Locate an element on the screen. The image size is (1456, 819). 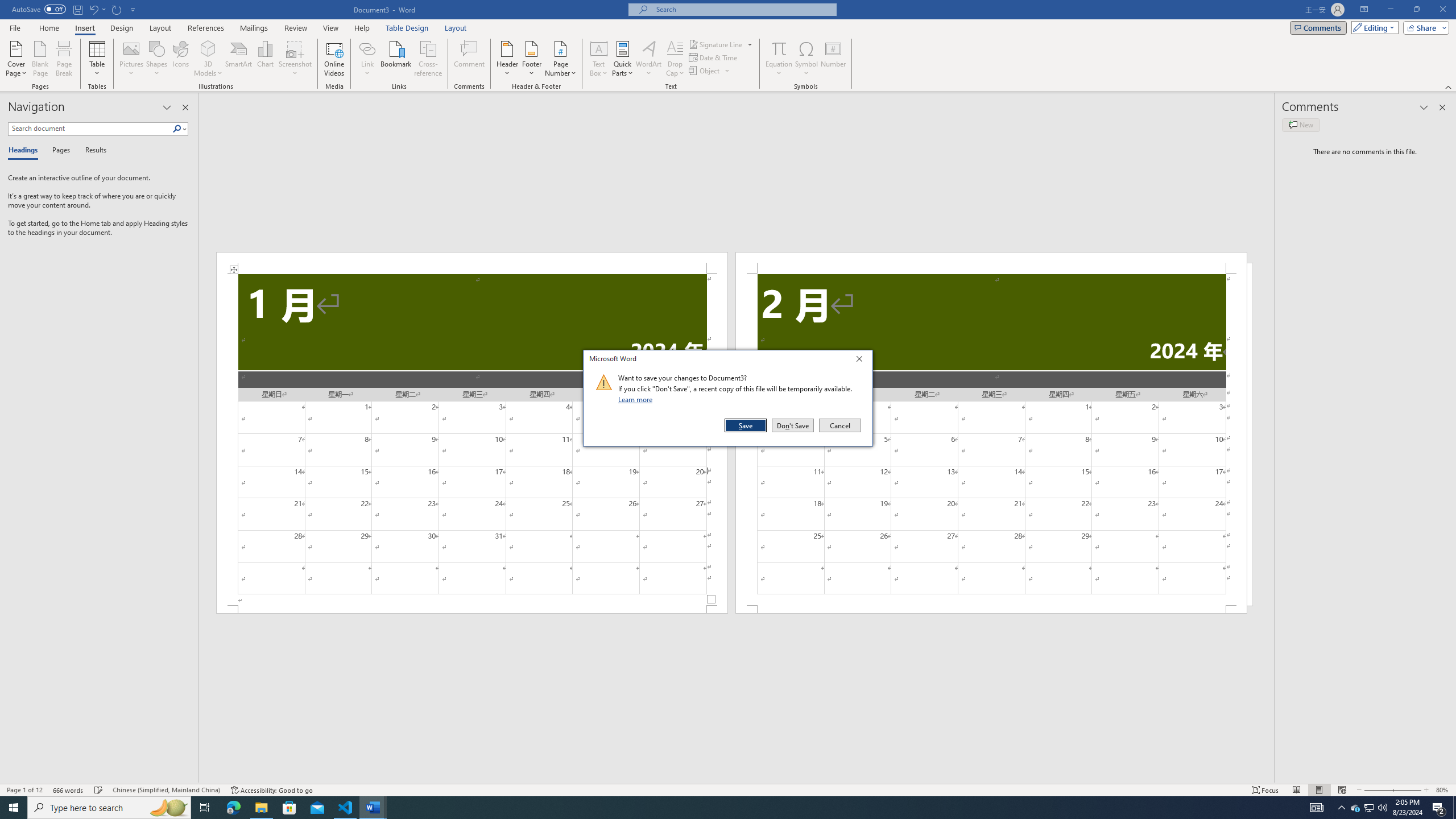
'Language Chinese (Simplified, Mainland China)' is located at coordinates (165, 790).